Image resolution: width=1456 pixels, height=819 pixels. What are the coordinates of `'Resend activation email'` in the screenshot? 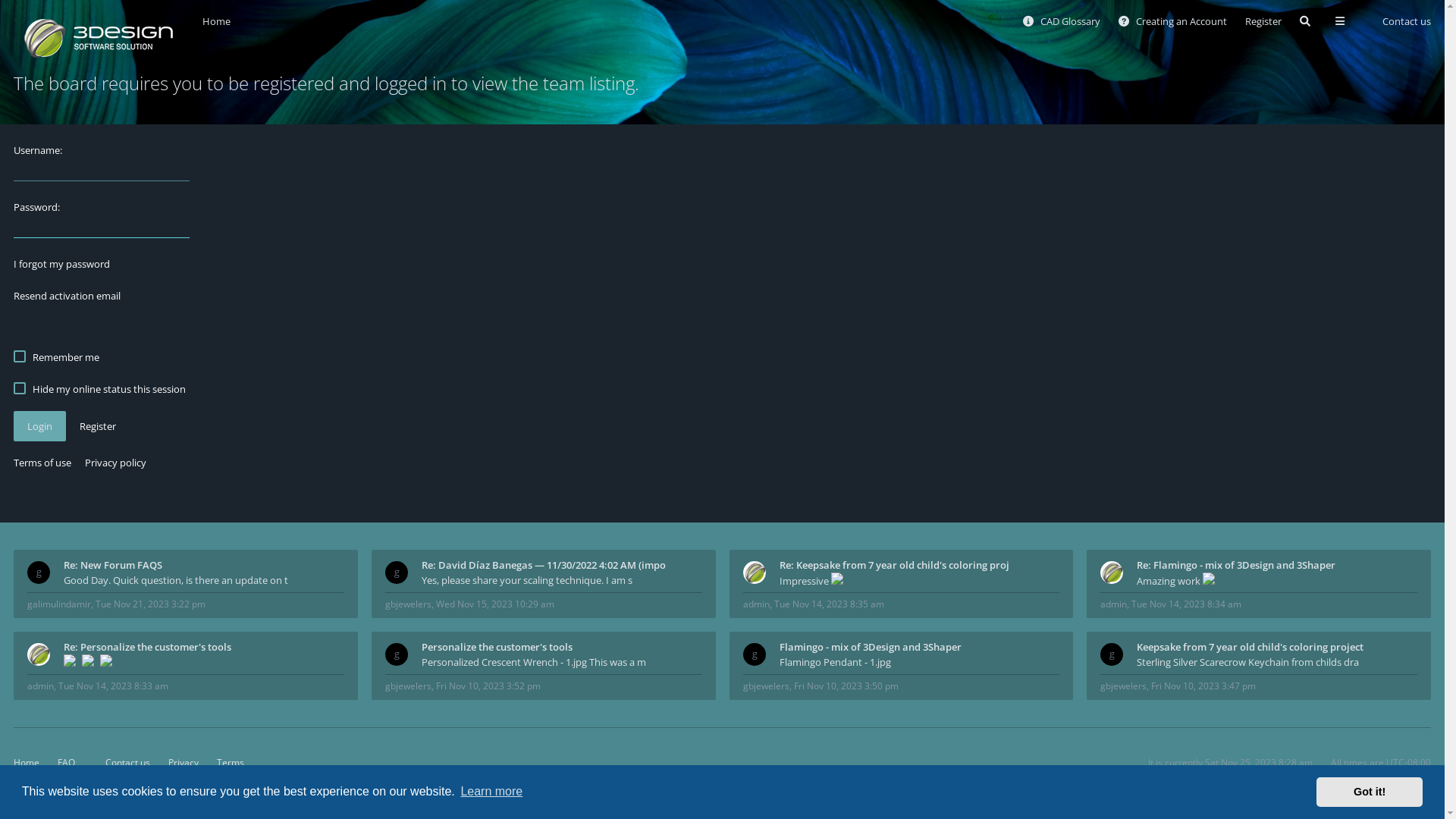 It's located at (66, 295).